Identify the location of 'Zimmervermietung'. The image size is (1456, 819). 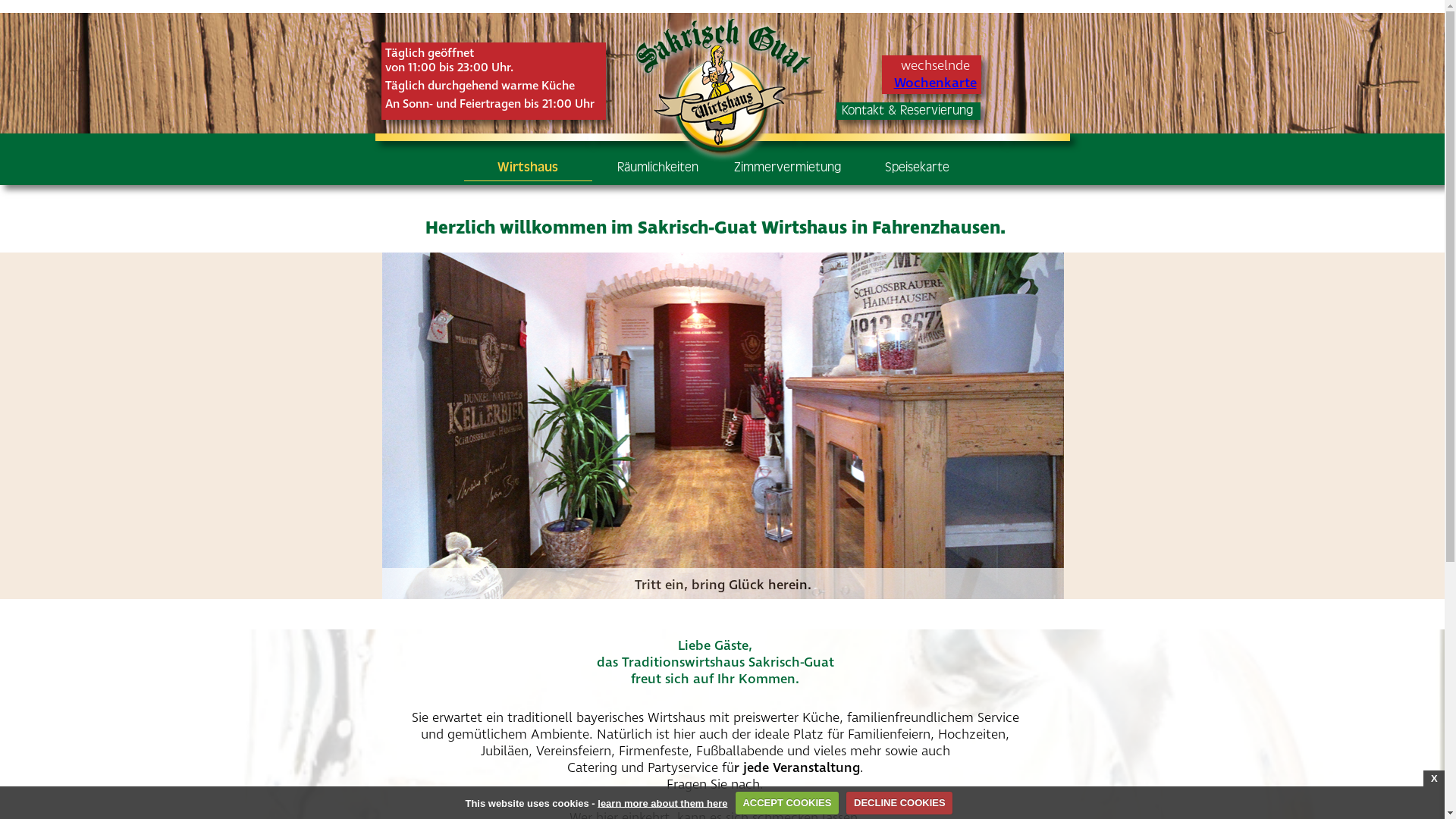
(787, 167).